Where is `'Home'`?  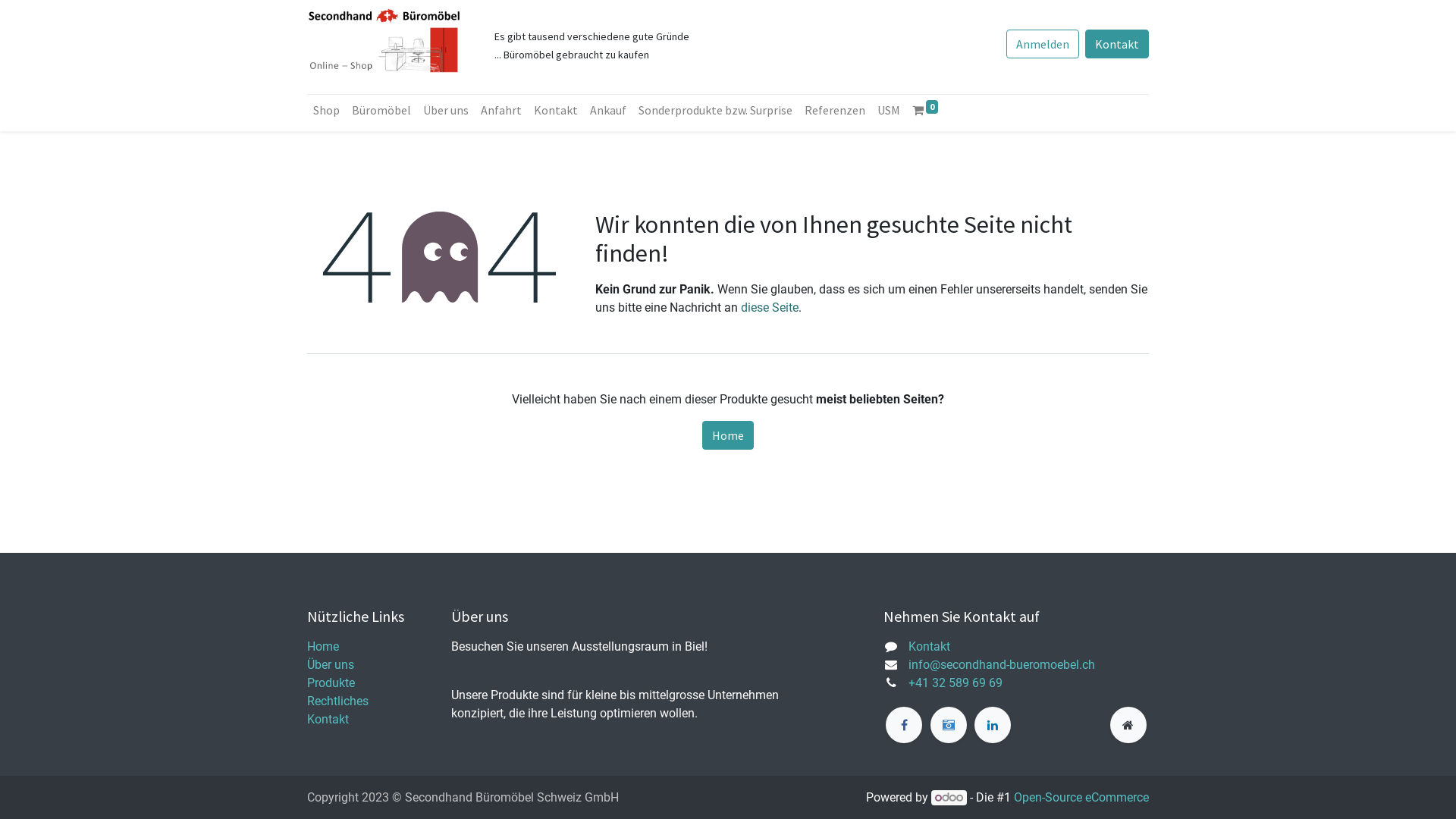 'Home' is located at coordinates (728, 435).